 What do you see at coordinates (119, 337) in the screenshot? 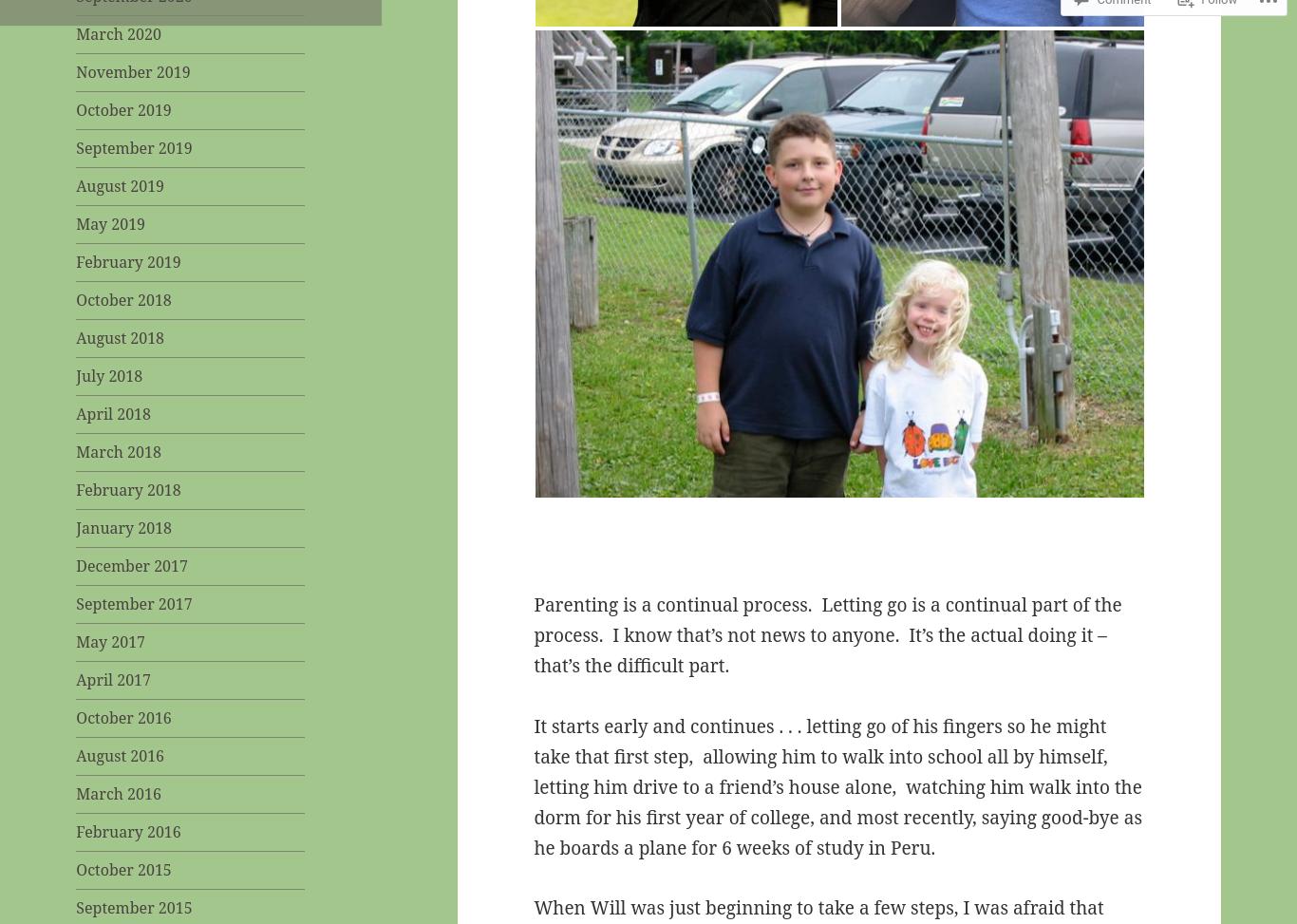
I see `'August 2018'` at bounding box center [119, 337].